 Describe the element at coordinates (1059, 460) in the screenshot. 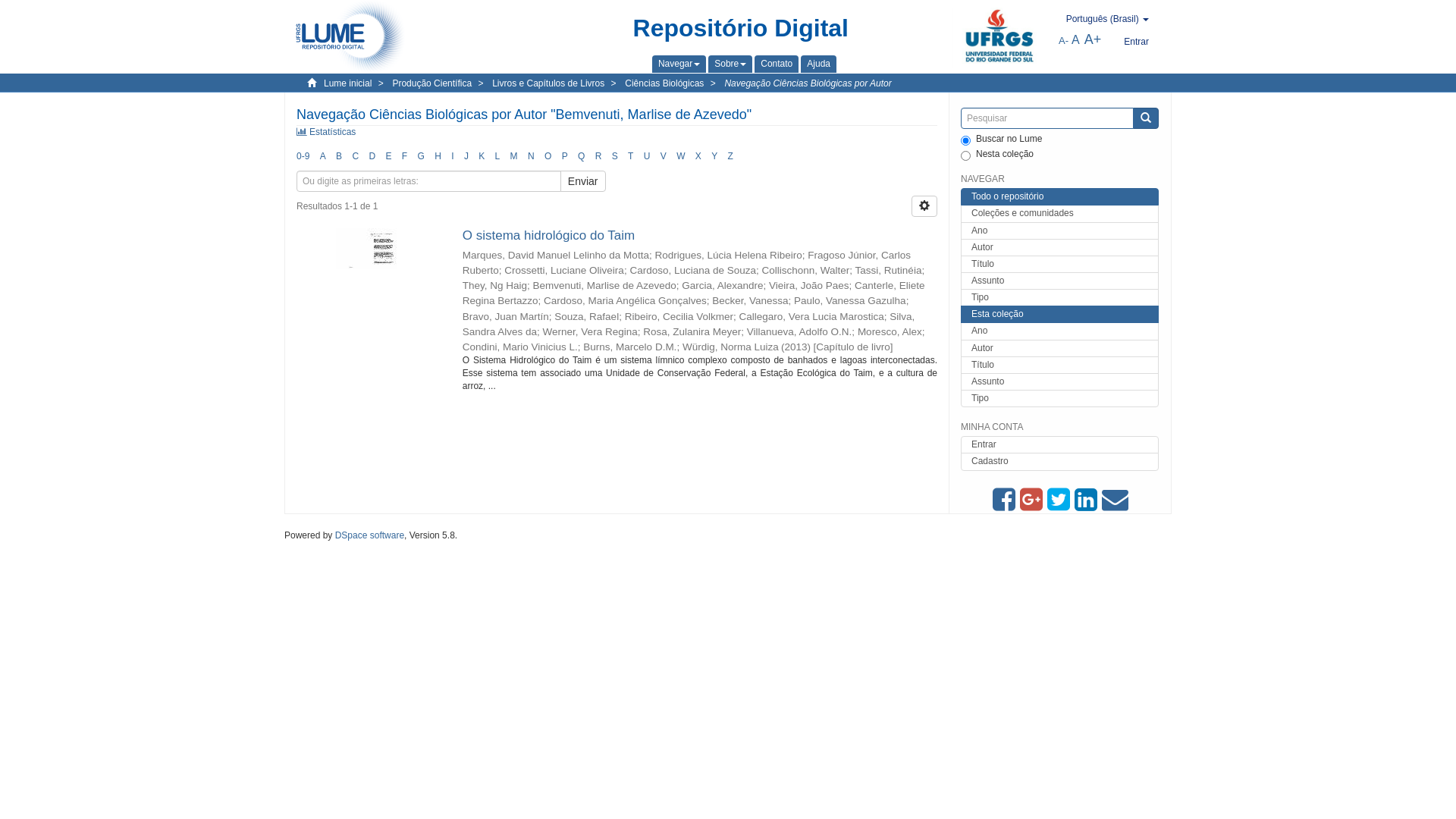

I see `'Cadastro'` at that location.